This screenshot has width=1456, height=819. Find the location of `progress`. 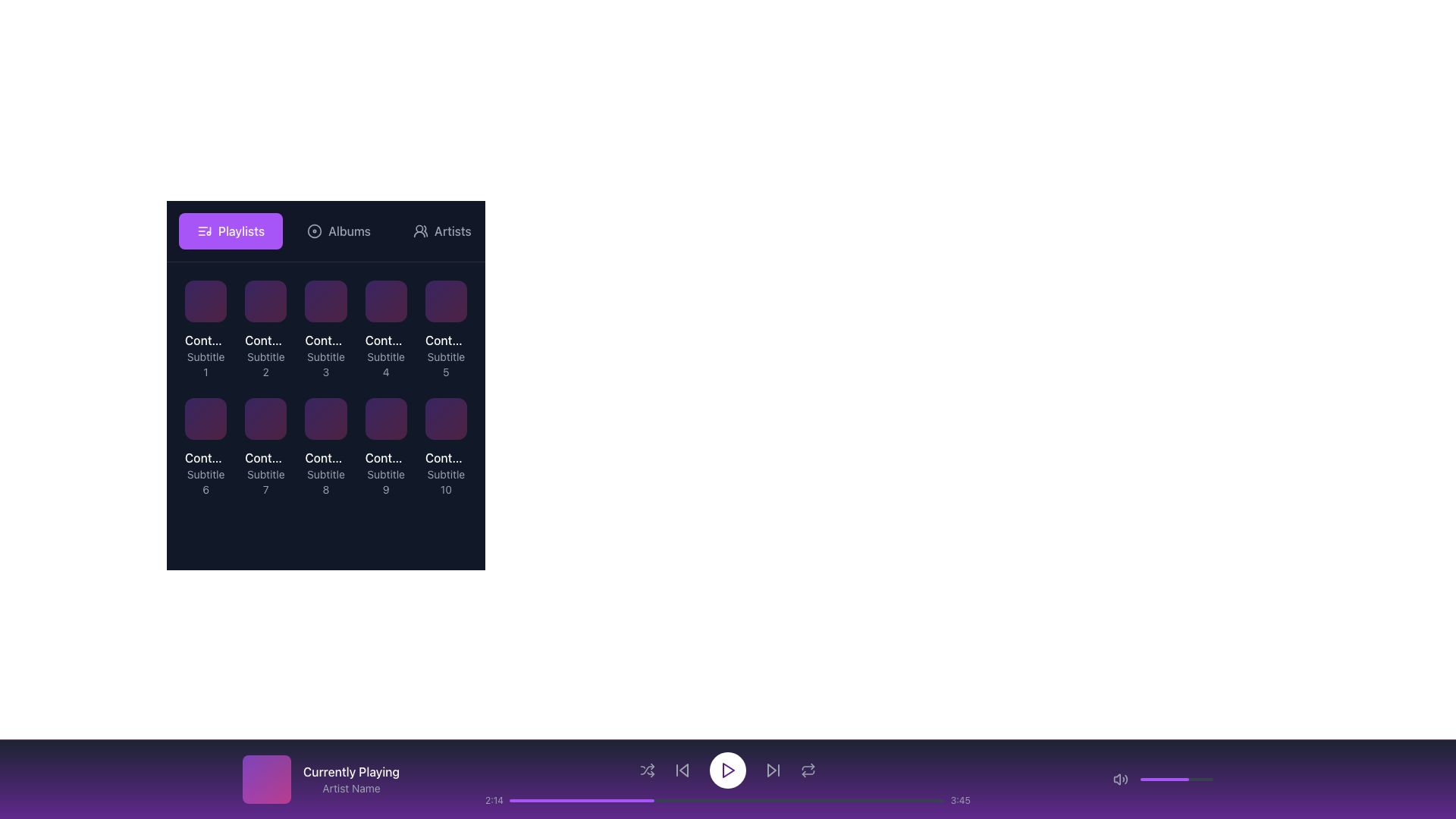

progress is located at coordinates (666, 800).